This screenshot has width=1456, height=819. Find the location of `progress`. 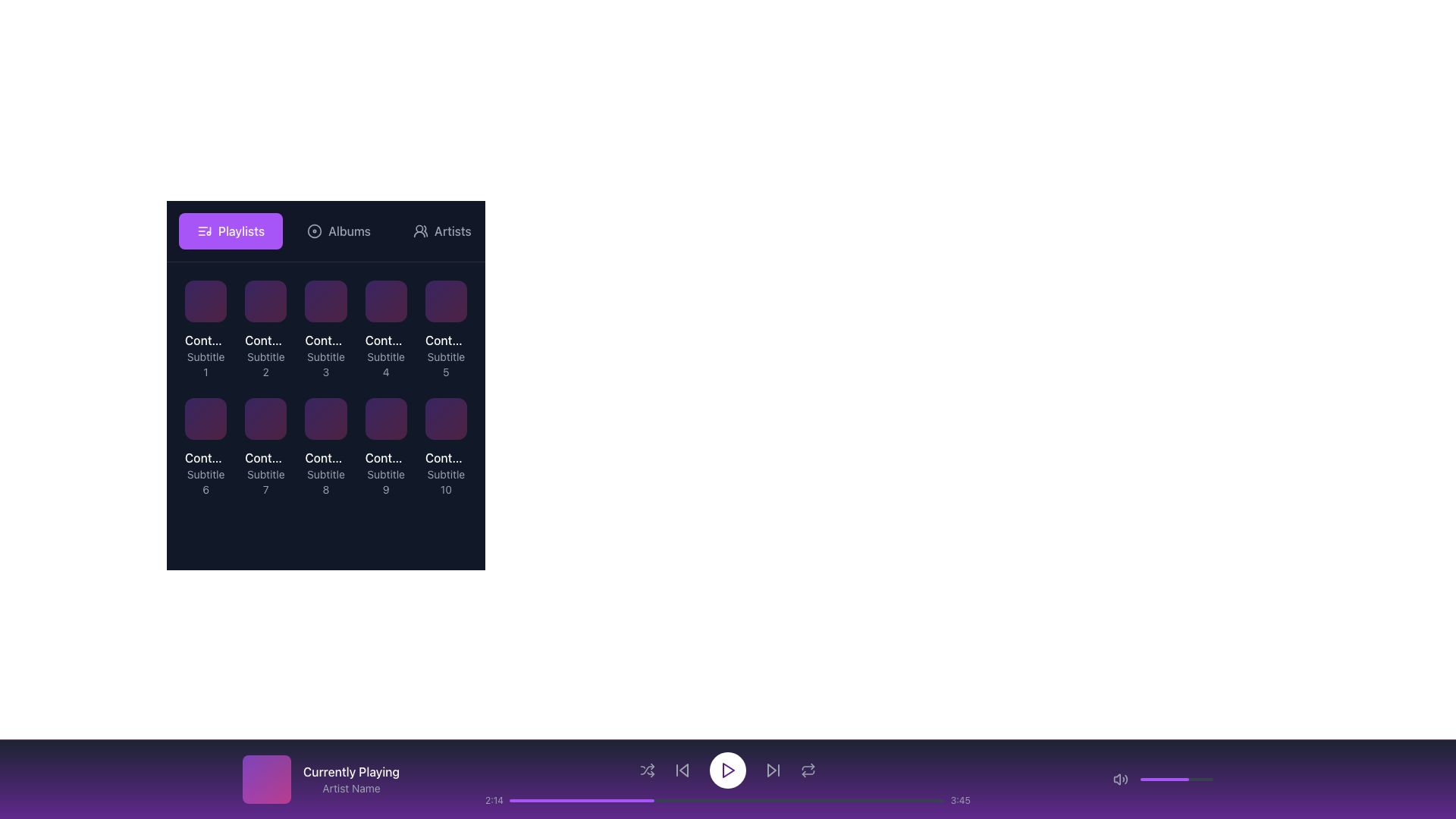

progress is located at coordinates (666, 800).